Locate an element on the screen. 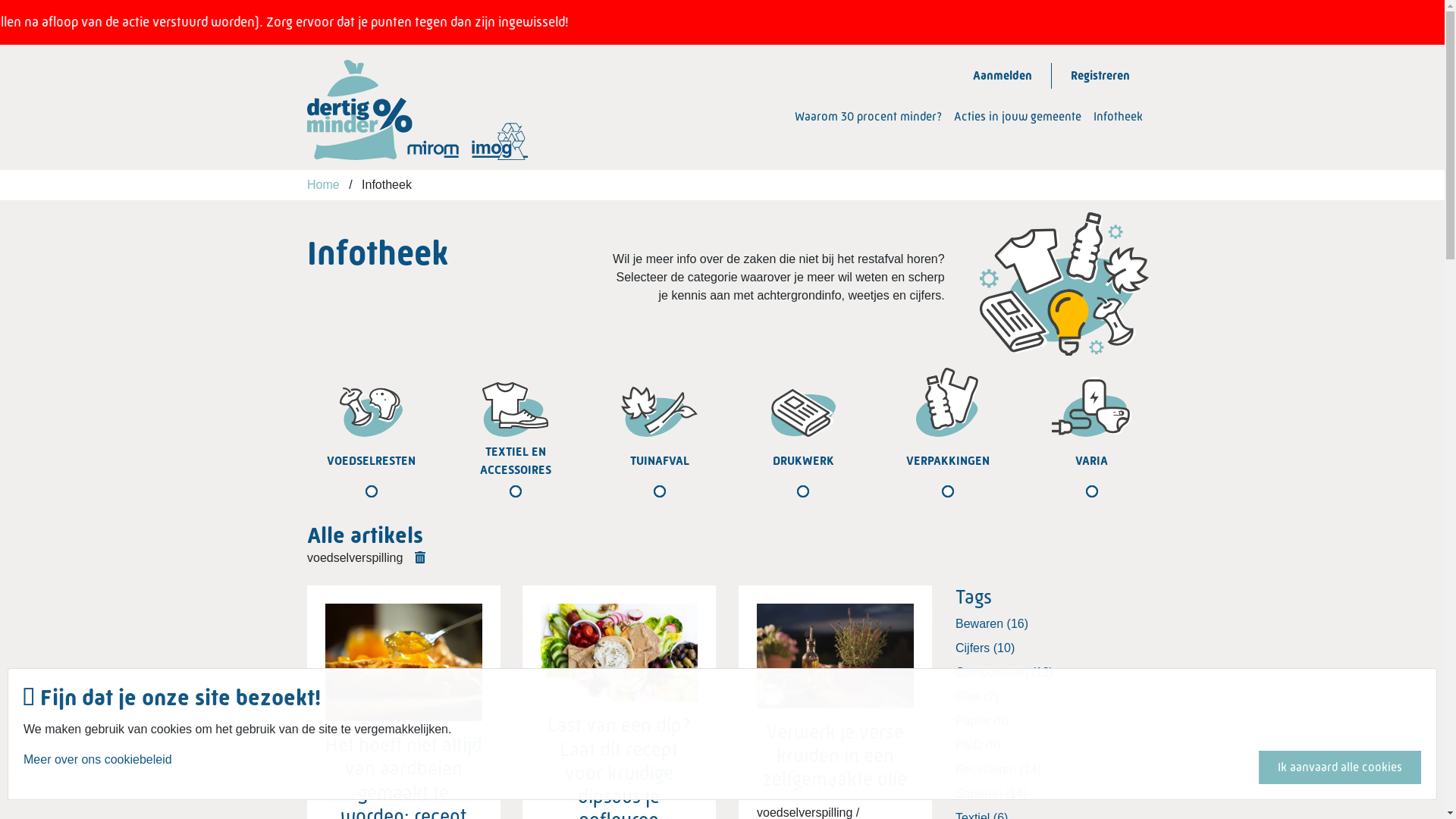  '3' is located at coordinates (588, 476).